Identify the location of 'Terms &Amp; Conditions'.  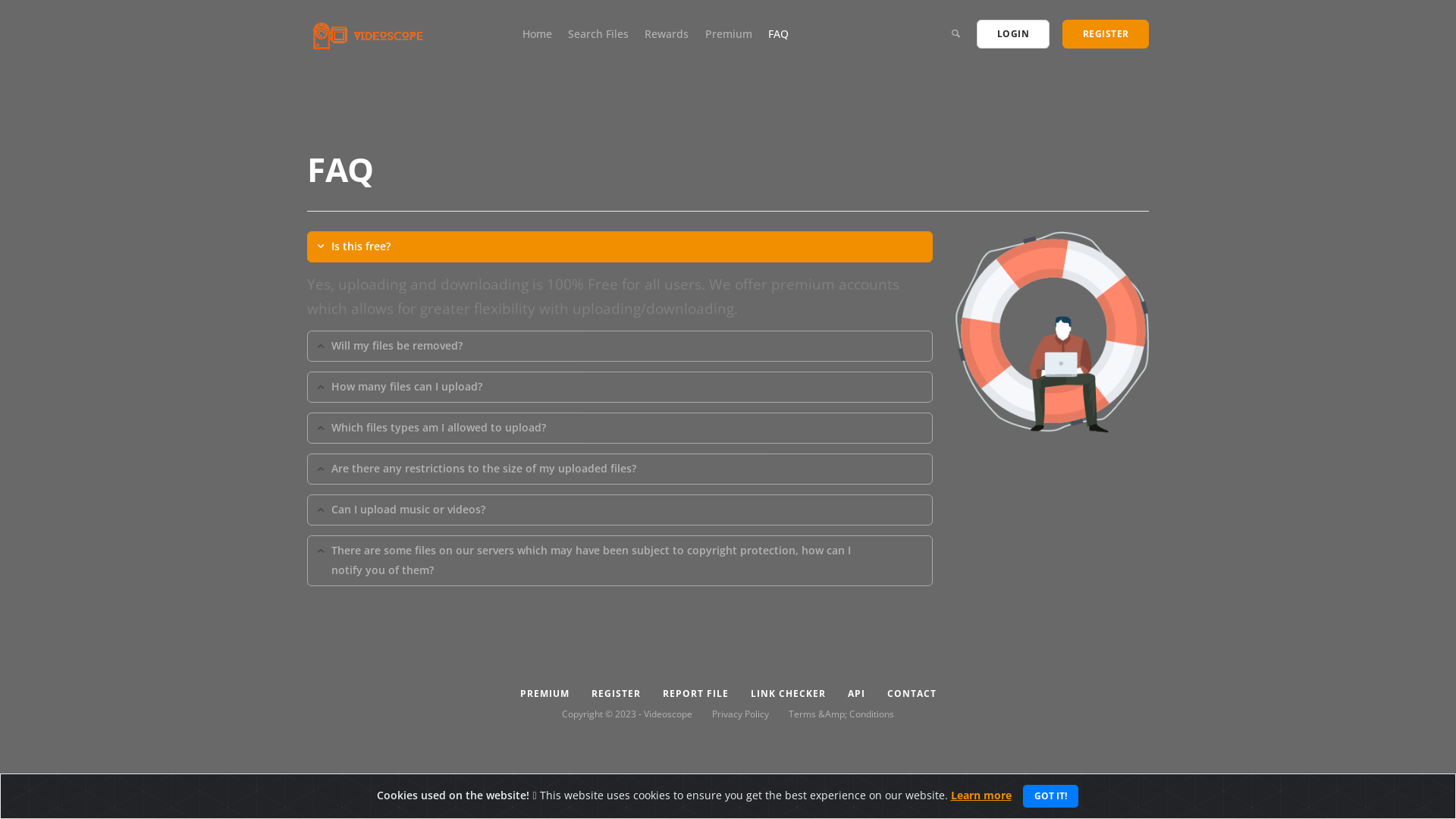
(840, 714).